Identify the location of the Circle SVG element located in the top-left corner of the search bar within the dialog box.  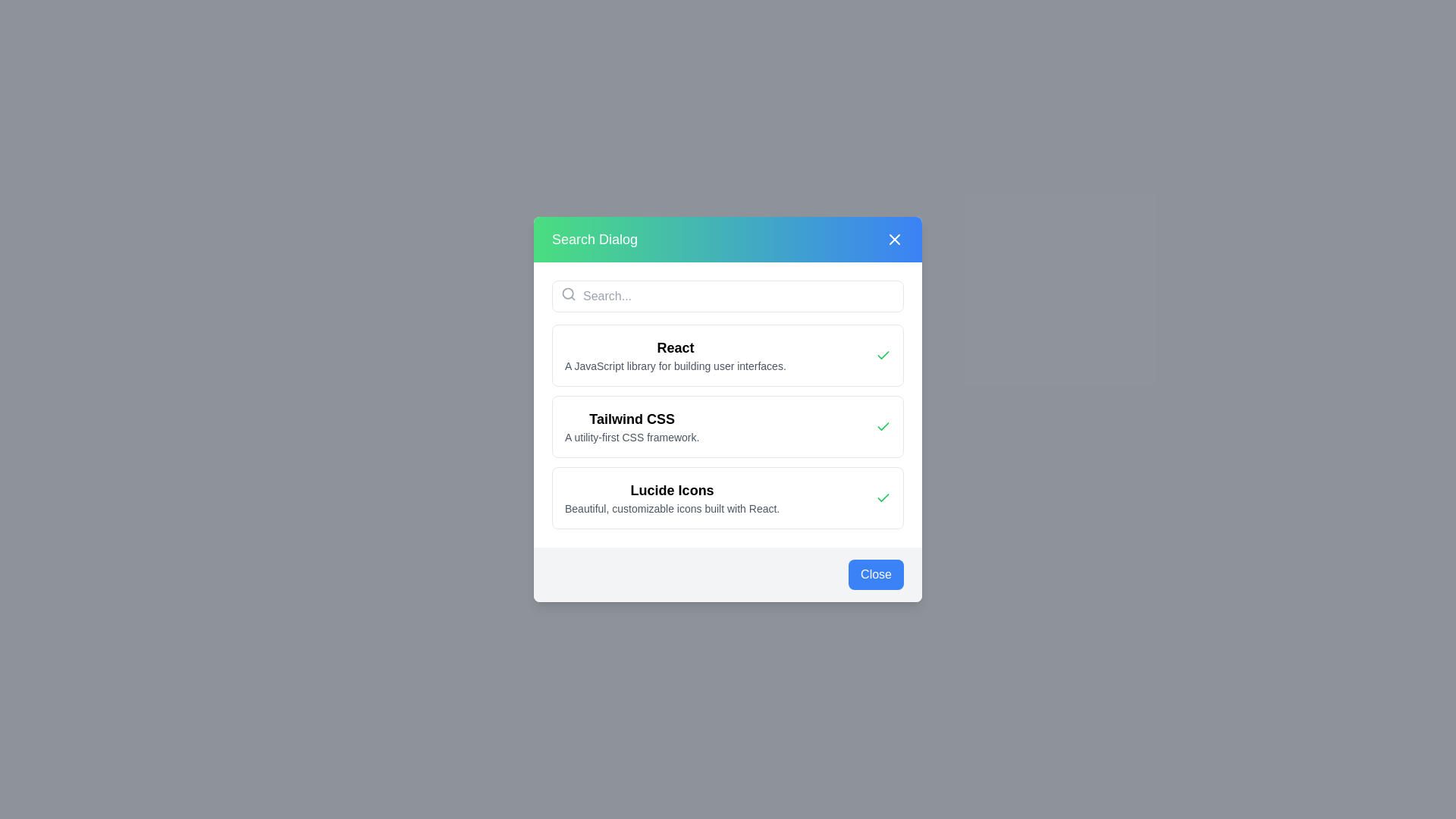
(567, 293).